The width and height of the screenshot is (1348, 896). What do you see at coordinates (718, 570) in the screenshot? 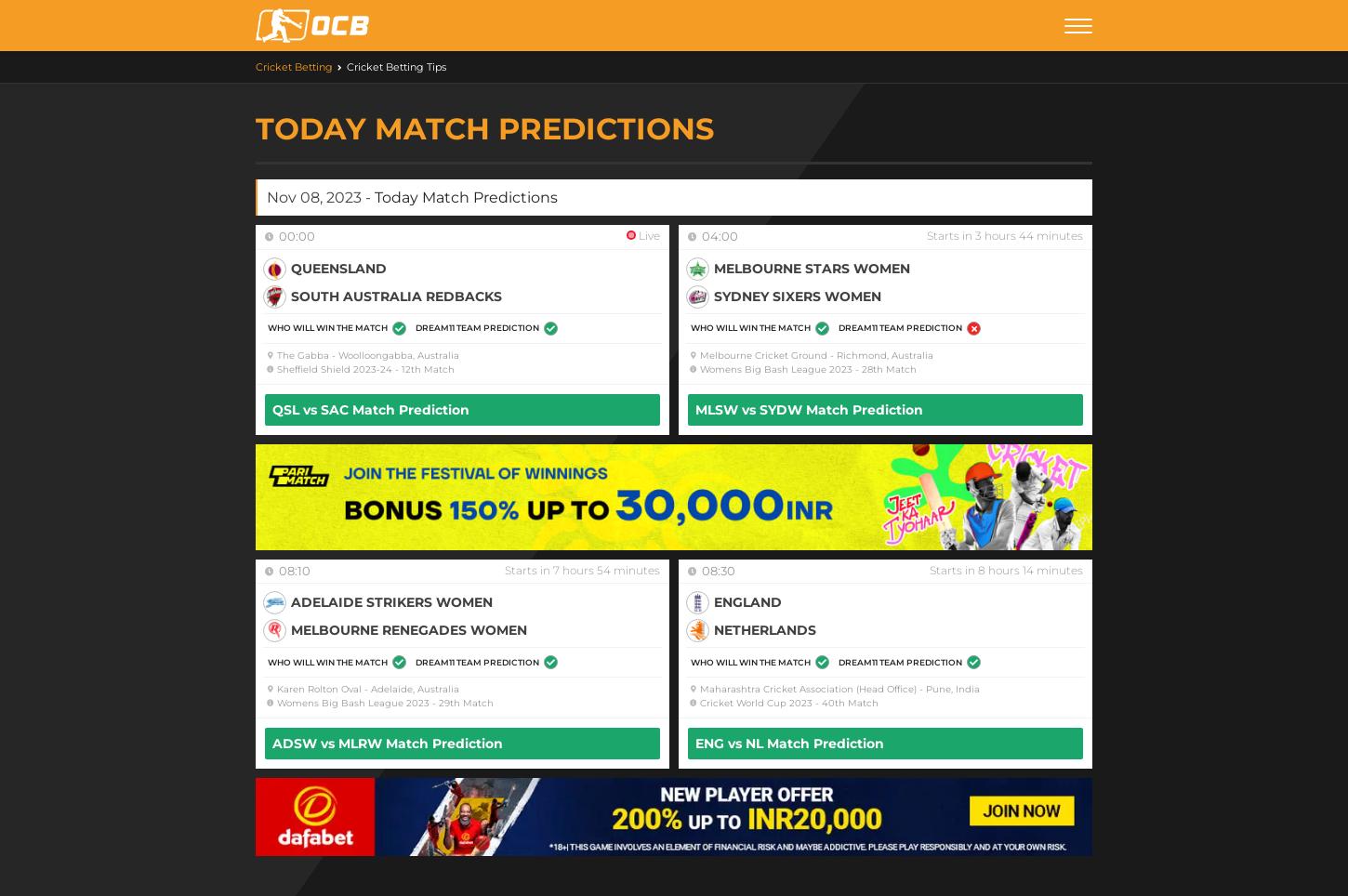
I see `'08:30'` at bounding box center [718, 570].